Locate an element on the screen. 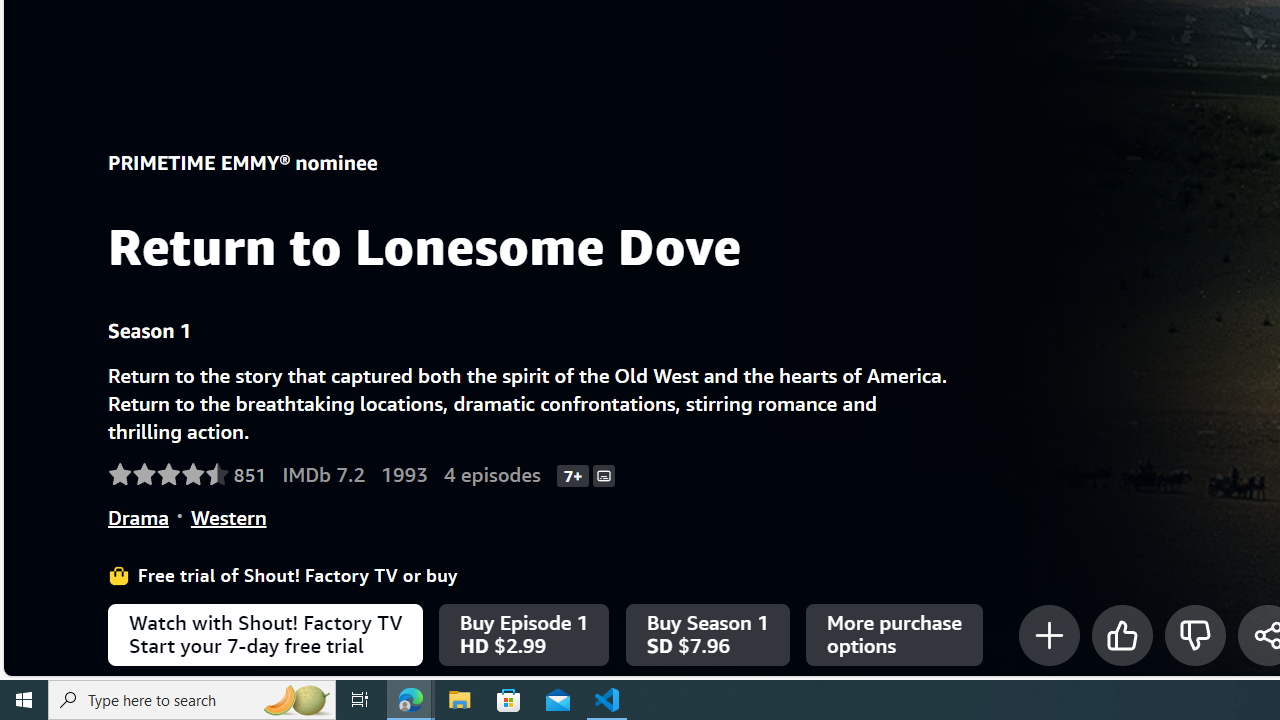 The image size is (1280, 720). 'Buy Episode 1 HD $2.99' is located at coordinates (524, 635).